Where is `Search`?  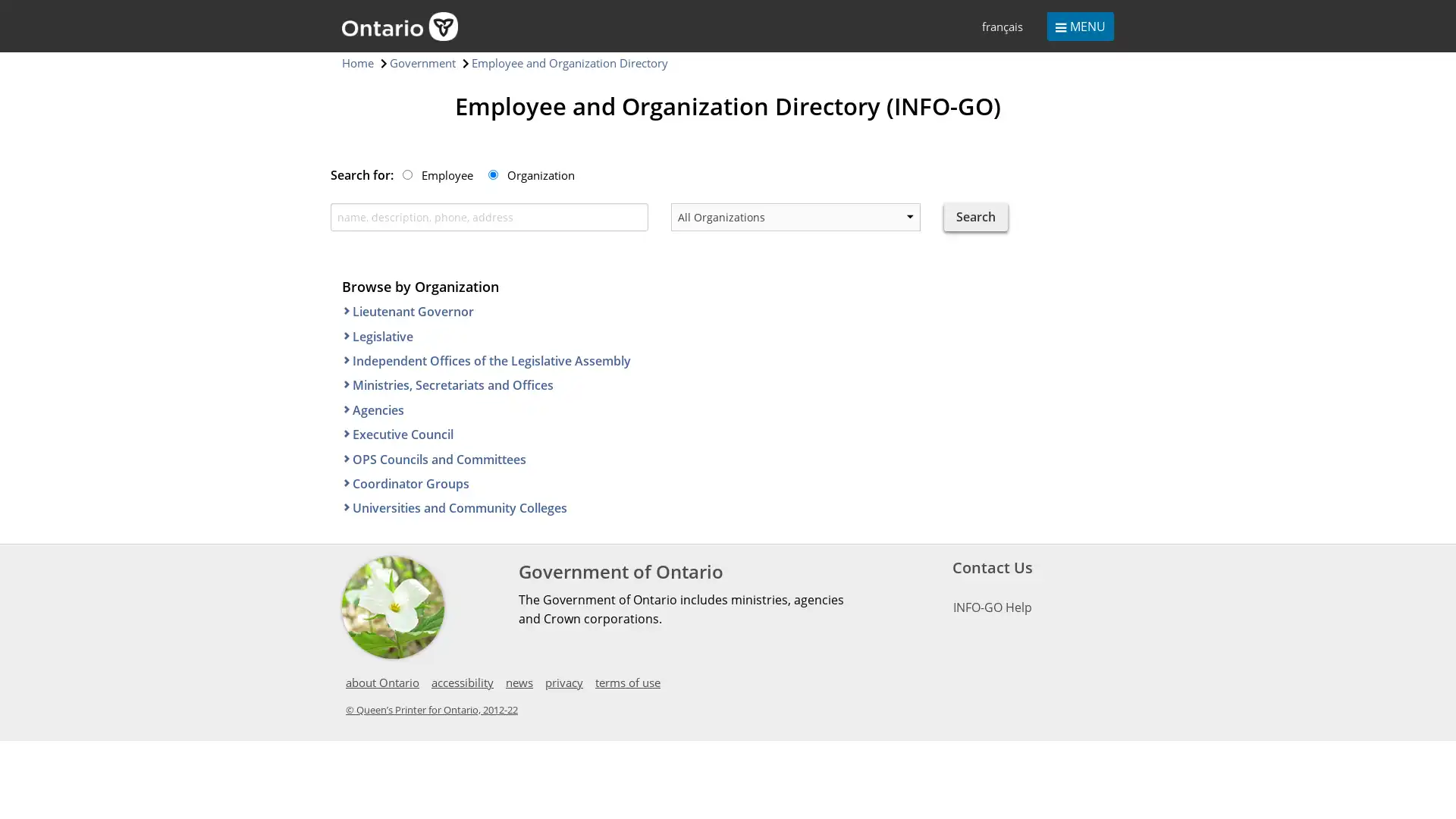
Search is located at coordinates (975, 216).